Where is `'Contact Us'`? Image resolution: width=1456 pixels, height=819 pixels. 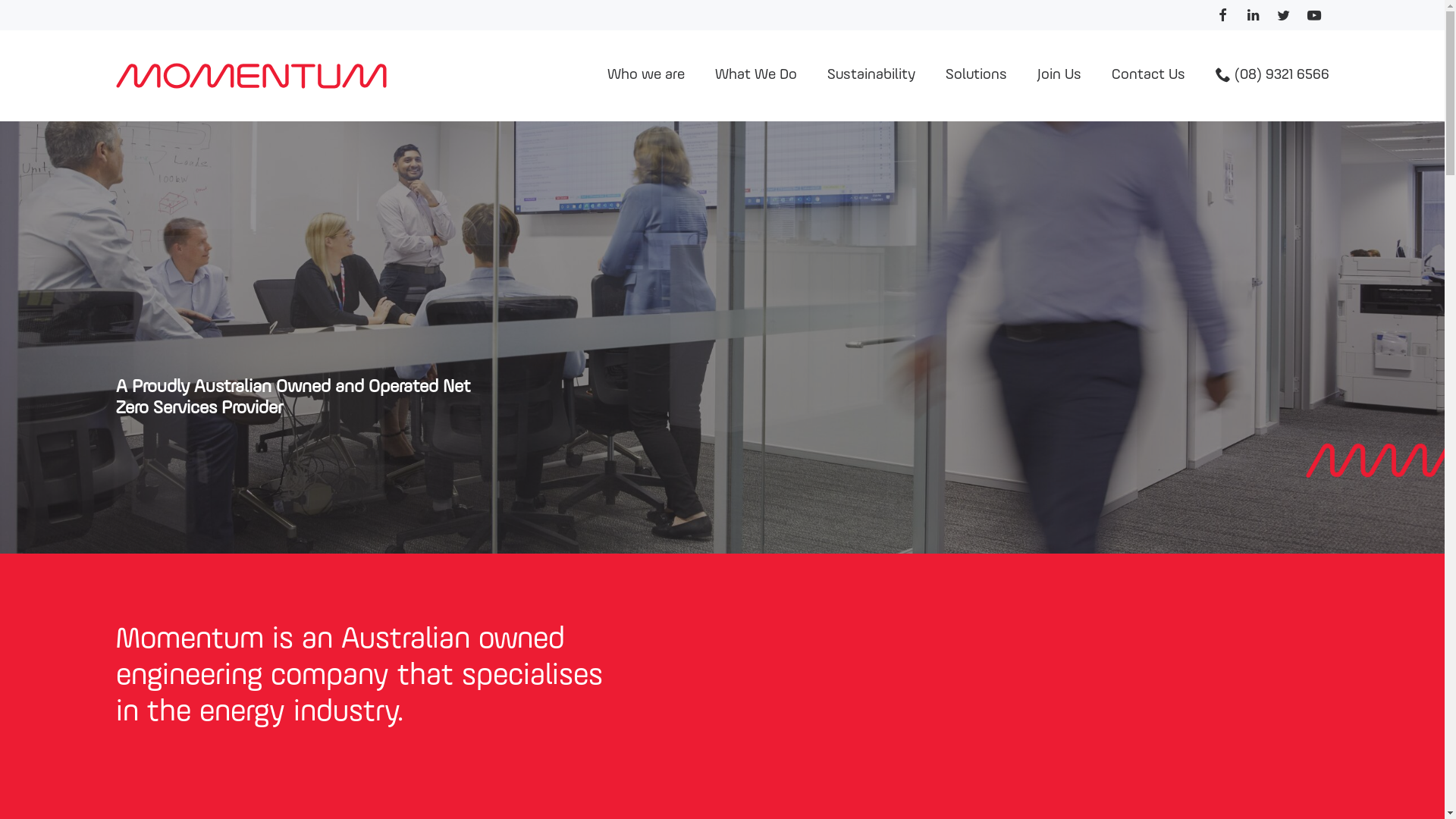 'Contact Us' is located at coordinates (1148, 76).